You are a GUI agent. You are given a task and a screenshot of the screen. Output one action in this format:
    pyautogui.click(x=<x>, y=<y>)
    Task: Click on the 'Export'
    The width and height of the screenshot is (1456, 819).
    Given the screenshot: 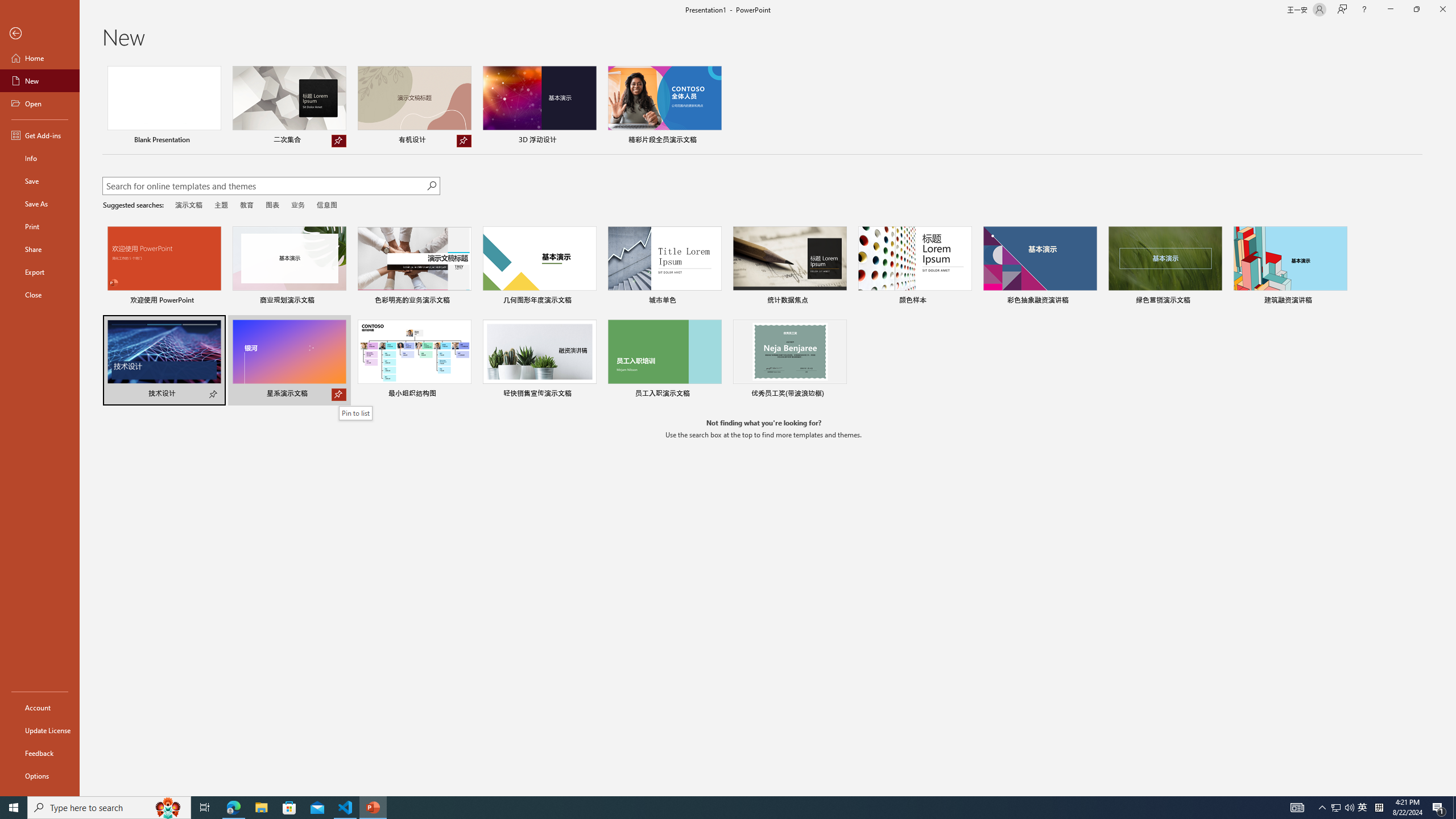 What is the action you would take?
    pyautogui.click(x=39, y=272)
    